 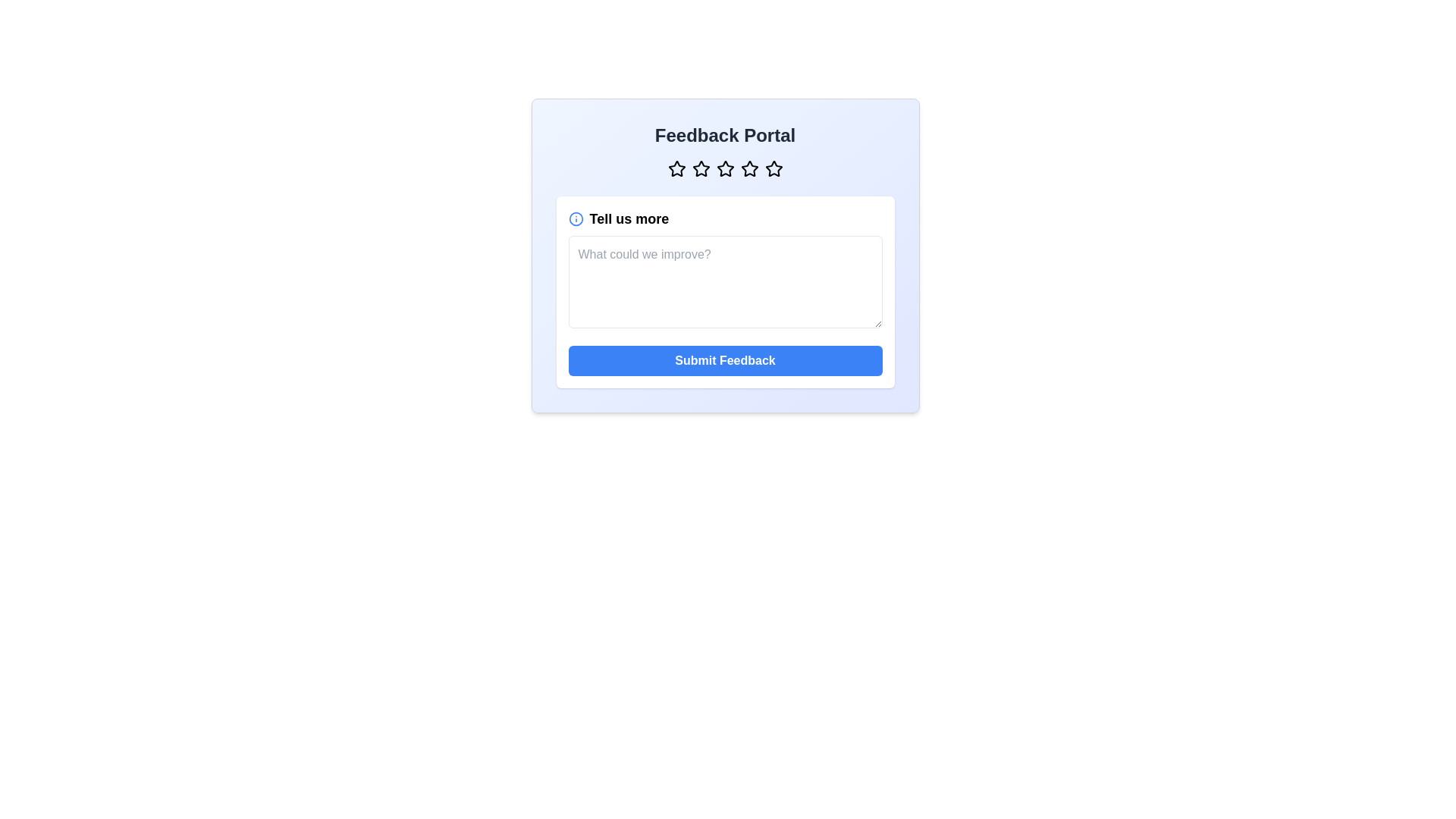 I want to click on the first clickable rating star in the Feedback Portal, so click(x=676, y=169).